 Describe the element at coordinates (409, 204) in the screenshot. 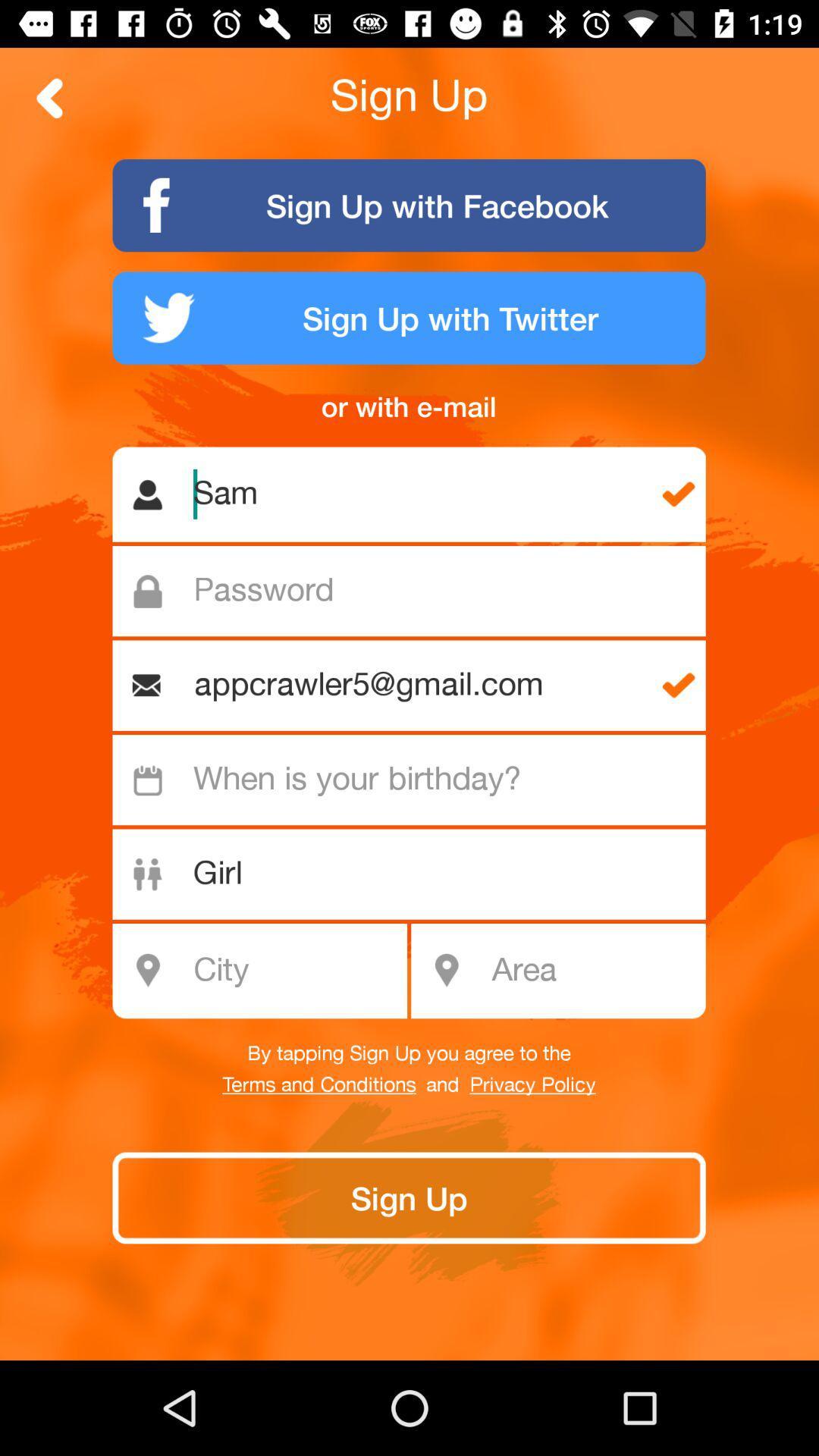

I see `the facebook signup below sign up` at that location.